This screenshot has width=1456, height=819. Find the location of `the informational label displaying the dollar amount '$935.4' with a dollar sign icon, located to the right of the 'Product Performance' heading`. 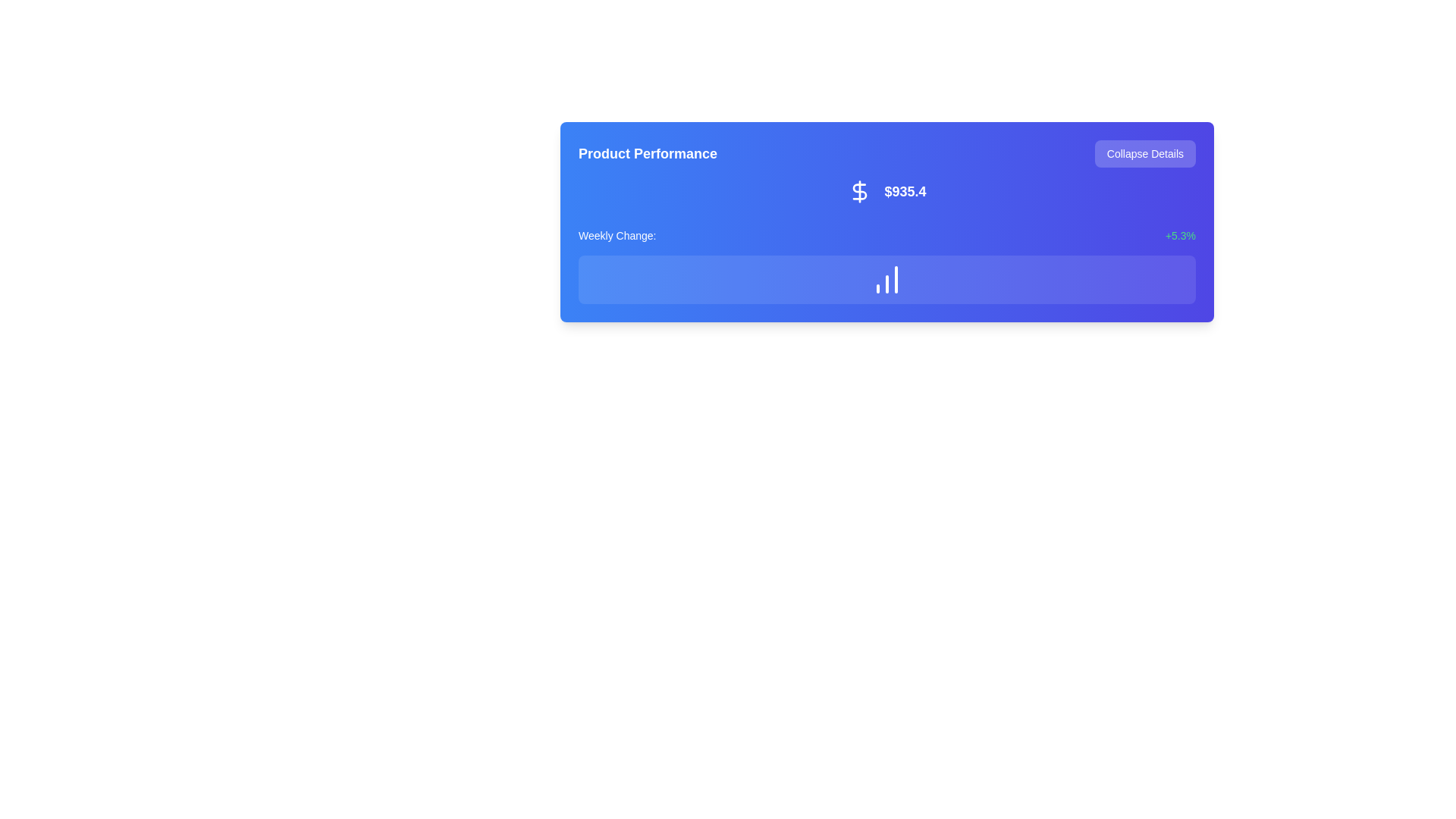

the informational label displaying the dollar amount '$935.4' with a dollar sign icon, located to the right of the 'Product Performance' heading is located at coordinates (887, 191).